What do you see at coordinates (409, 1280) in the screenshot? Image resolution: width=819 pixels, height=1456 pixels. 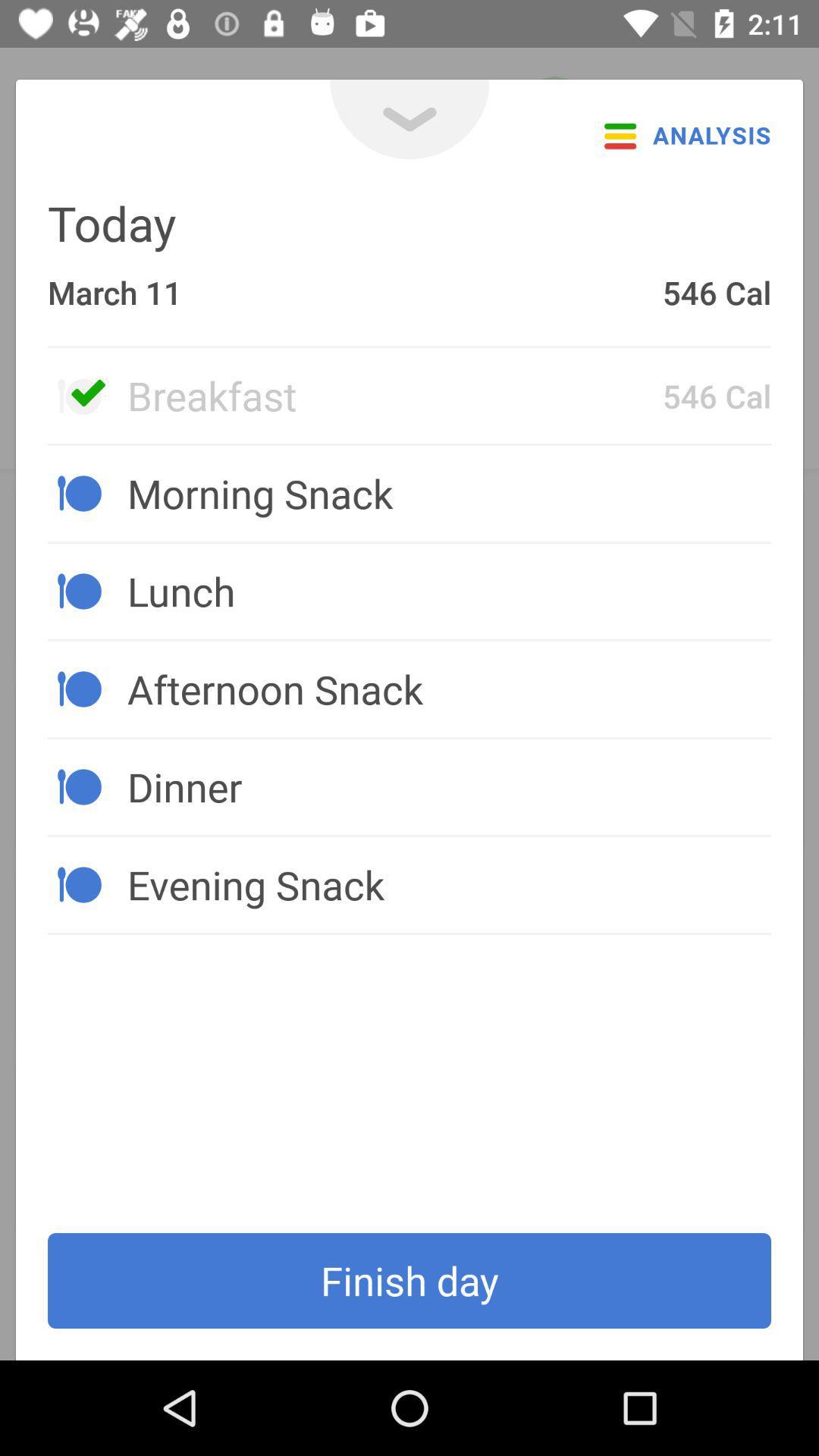 I see `the finish day icon` at bounding box center [409, 1280].